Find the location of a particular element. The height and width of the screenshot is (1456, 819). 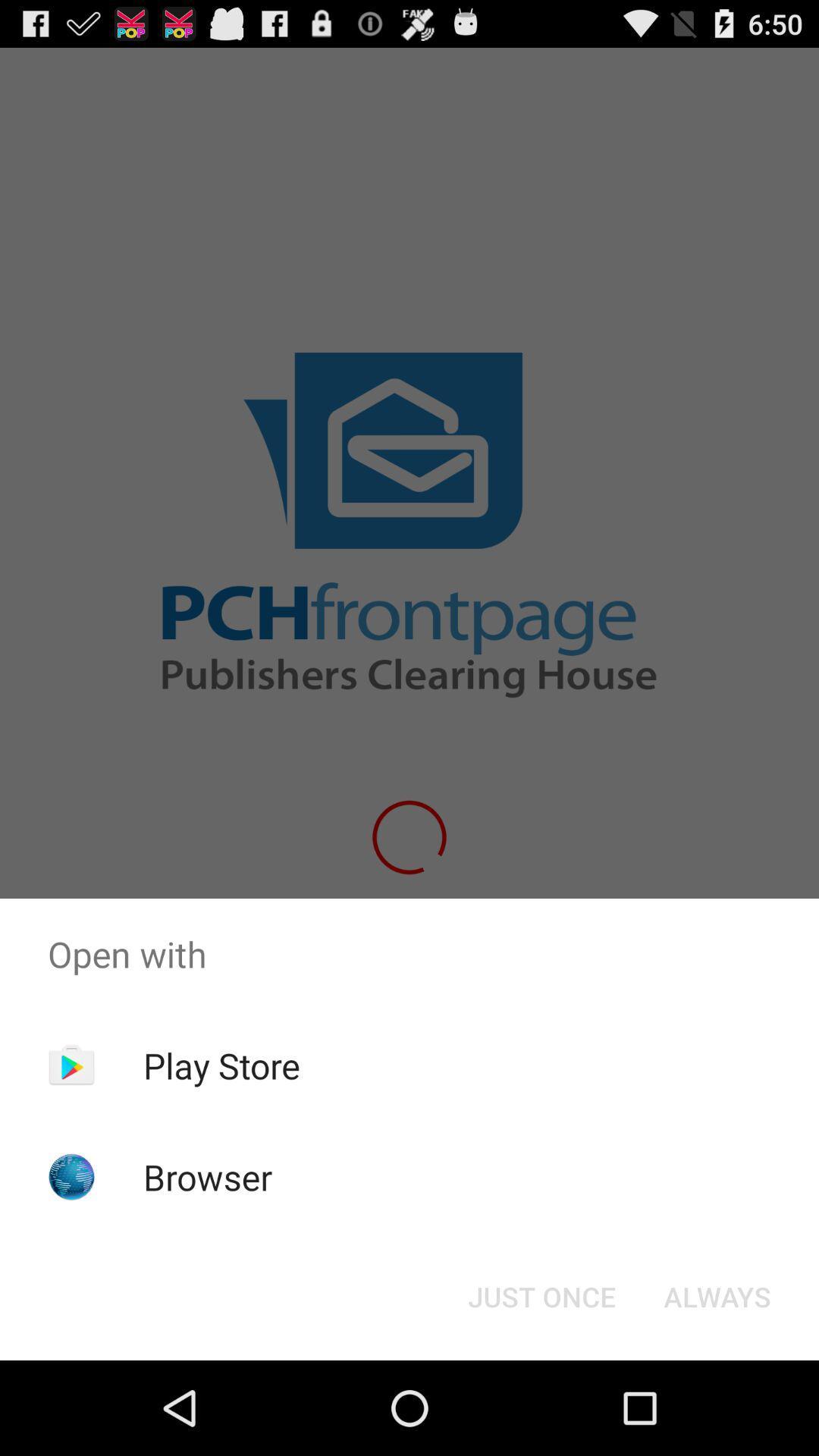

icon next to just once is located at coordinates (717, 1295).